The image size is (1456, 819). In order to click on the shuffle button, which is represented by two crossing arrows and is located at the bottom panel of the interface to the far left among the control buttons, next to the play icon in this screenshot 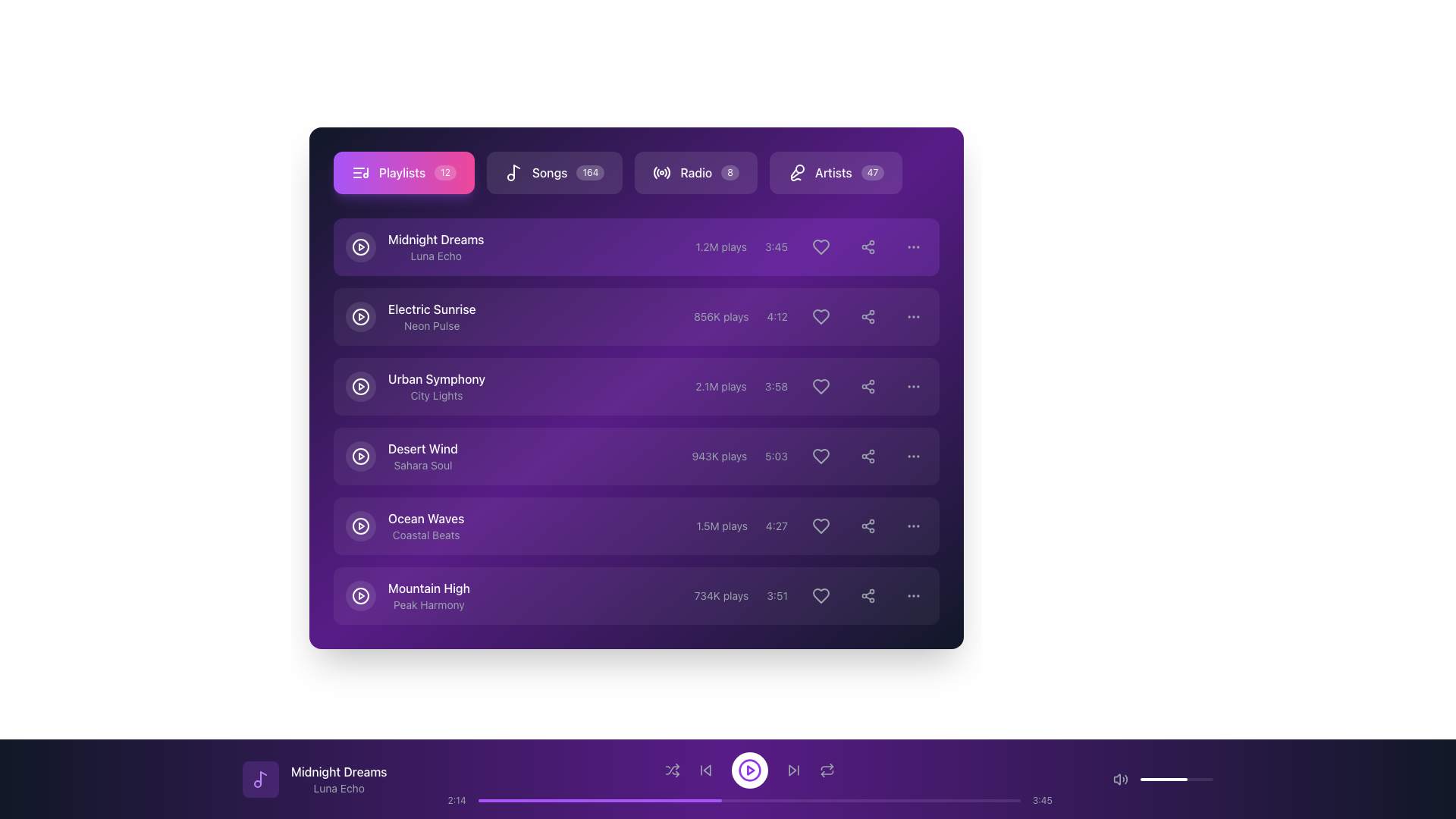, I will do `click(672, 770)`.